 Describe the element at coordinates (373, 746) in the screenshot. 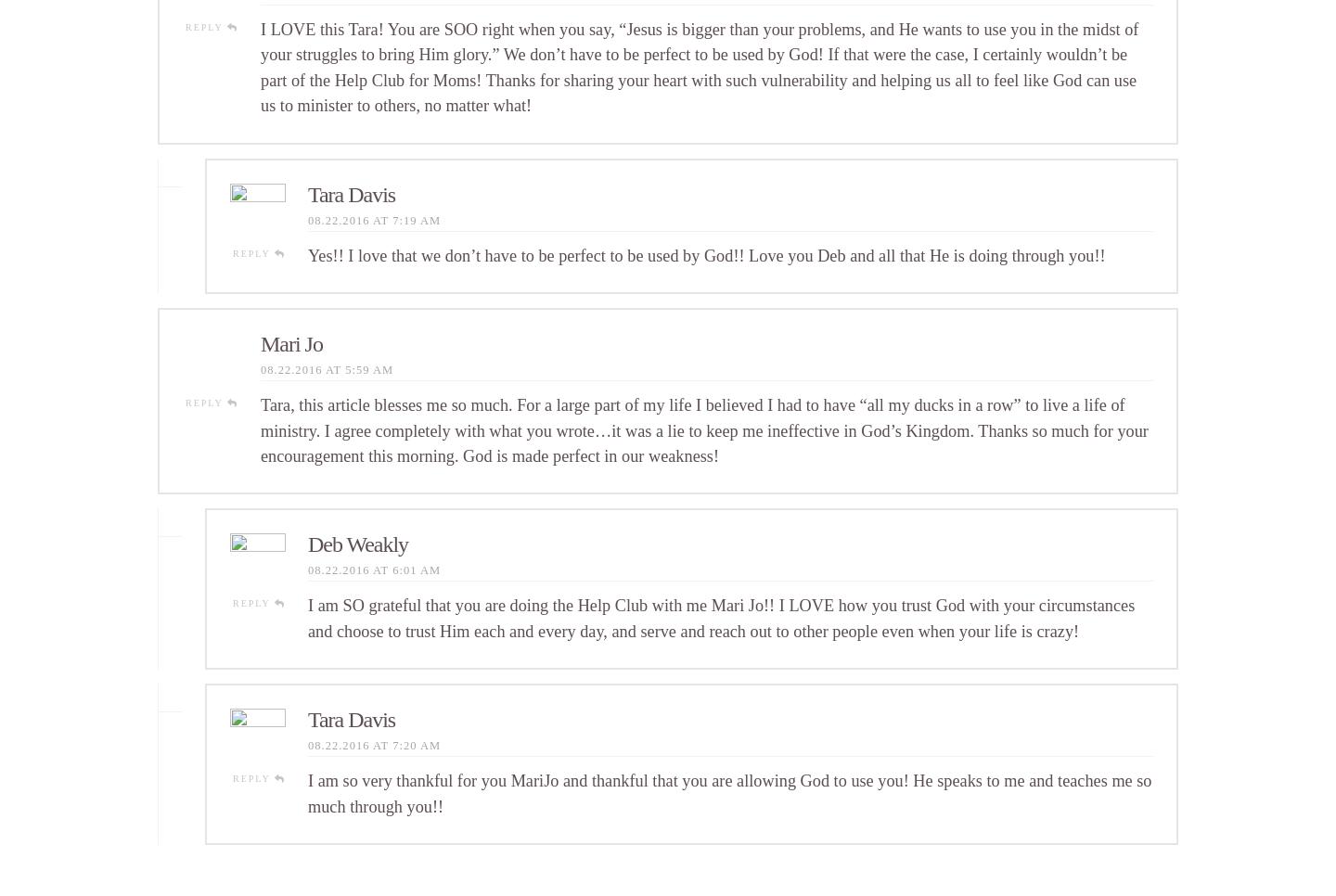

I see `'08.22.2016 at 7:20 am'` at that location.